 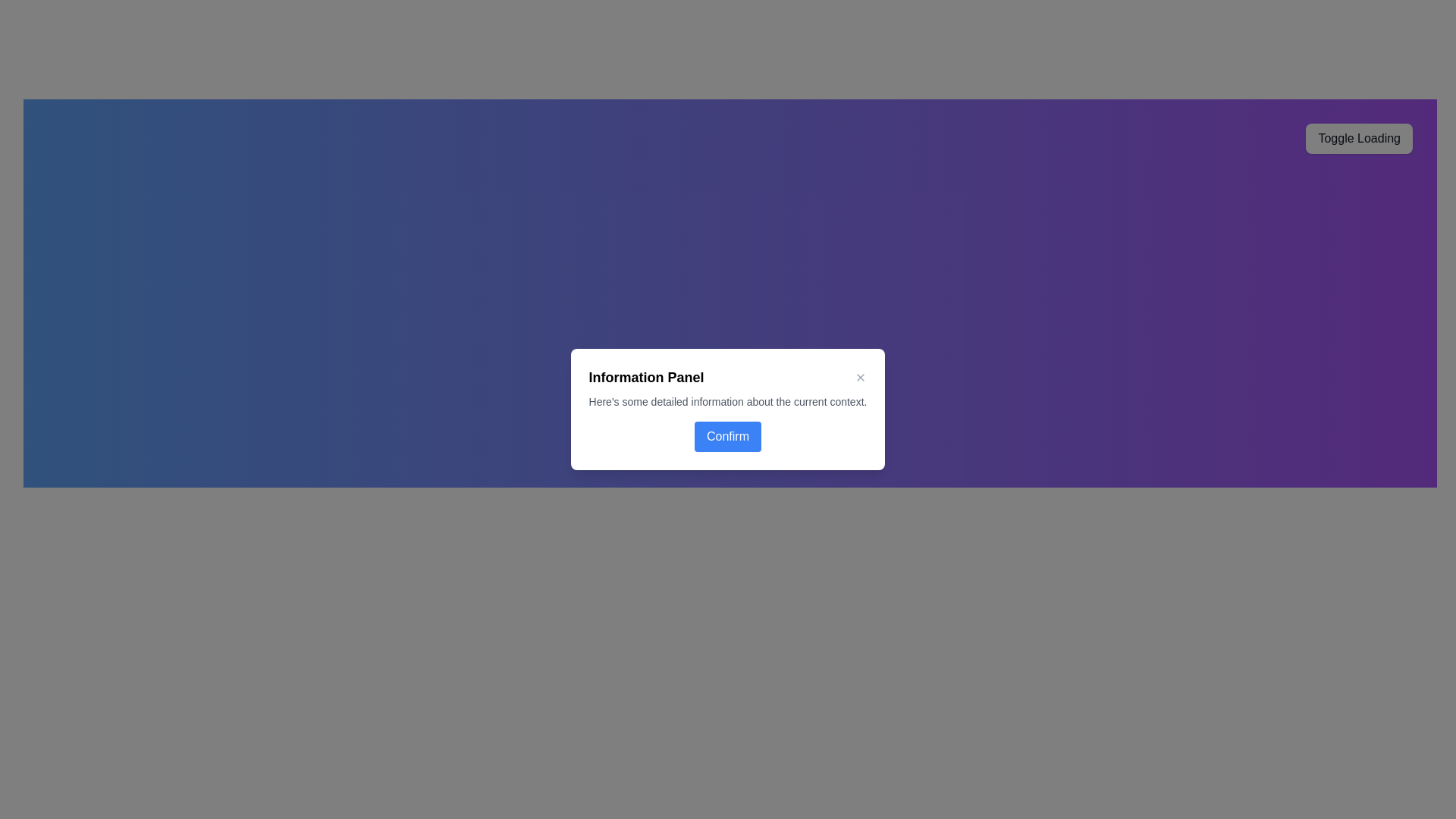 What do you see at coordinates (728, 409) in the screenshot?
I see `the central modal dialog box that provides contextual information and allows user confirmation through the 'Confirm' button` at bounding box center [728, 409].